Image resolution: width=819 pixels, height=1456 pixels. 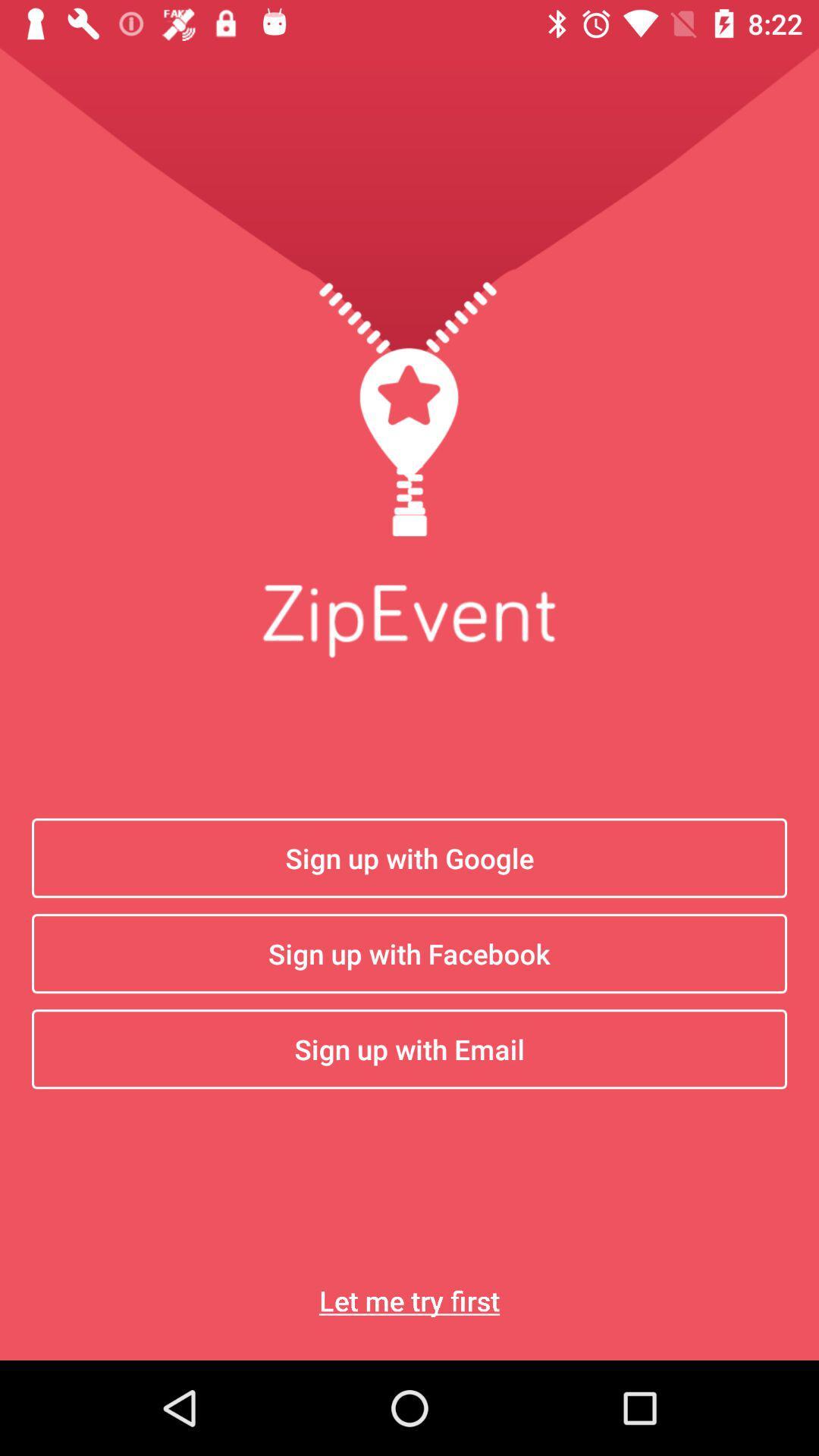 What do you see at coordinates (409, 1300) in the screenshot?
I see `the let me try` at bounding box center [409, 1300].